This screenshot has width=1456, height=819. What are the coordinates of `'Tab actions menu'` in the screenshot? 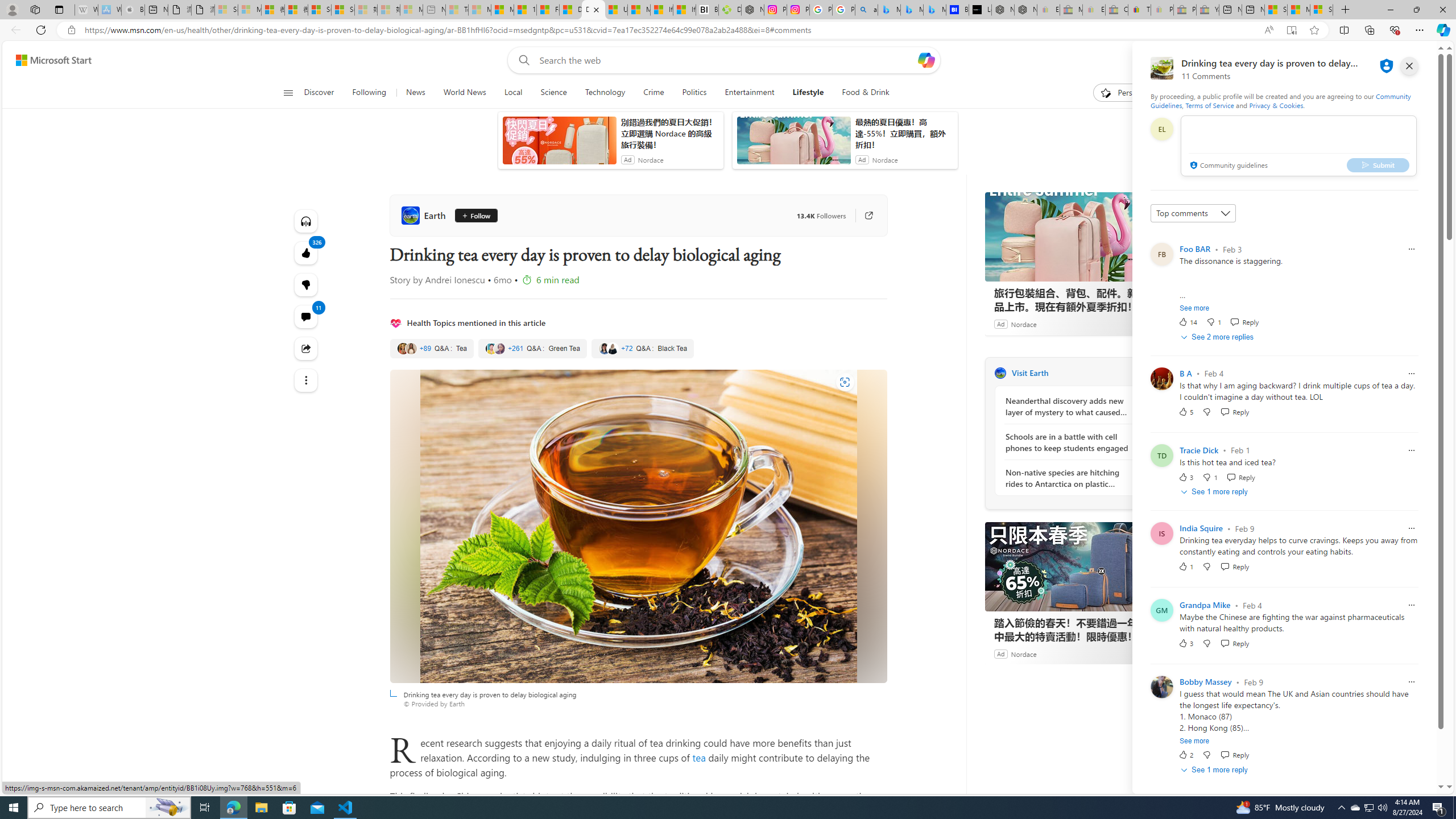 It's located at (58, 9).